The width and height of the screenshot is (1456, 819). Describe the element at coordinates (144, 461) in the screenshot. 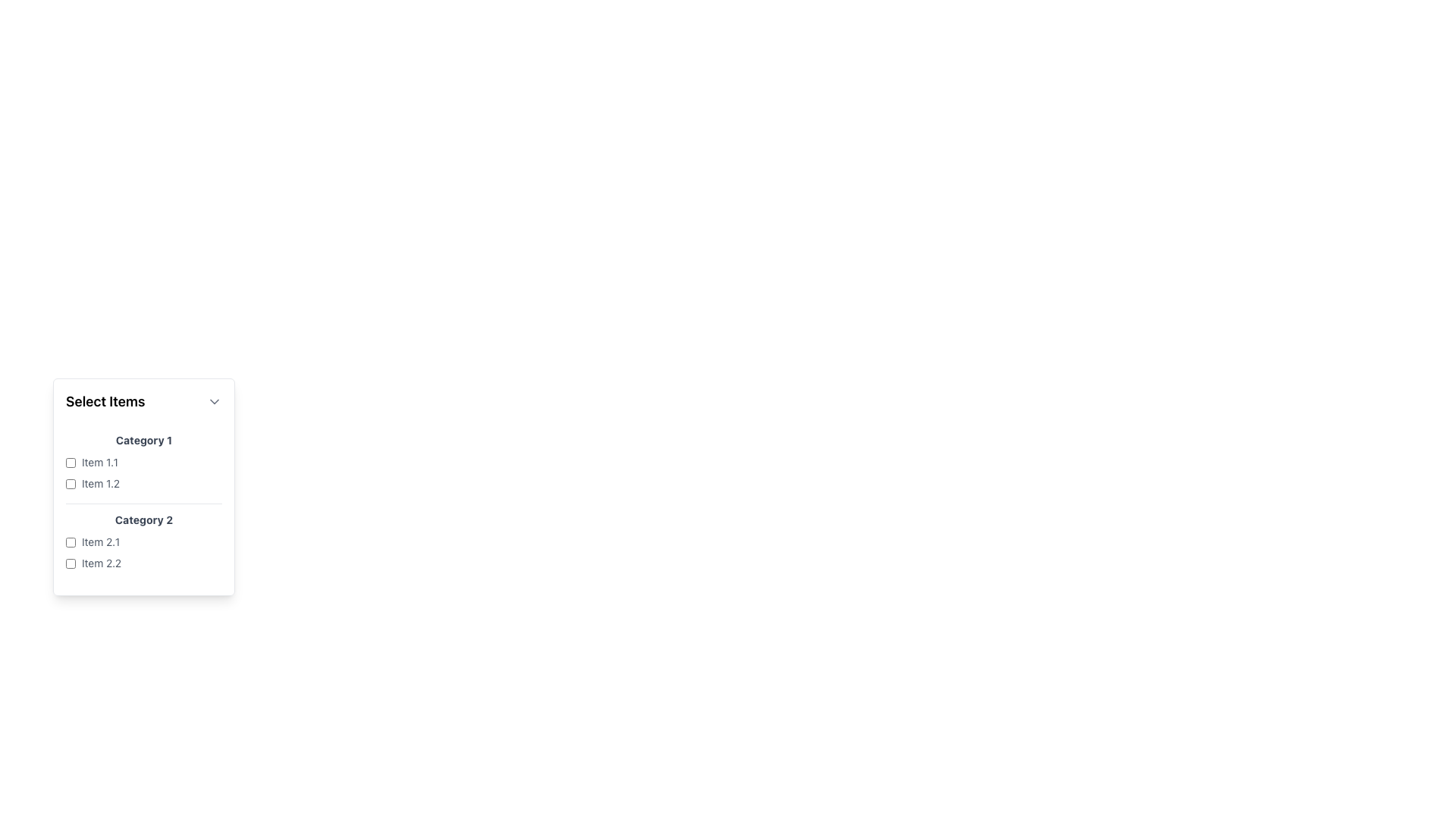

I see `the checkbox labeled 'Item 1.1'` at that location.